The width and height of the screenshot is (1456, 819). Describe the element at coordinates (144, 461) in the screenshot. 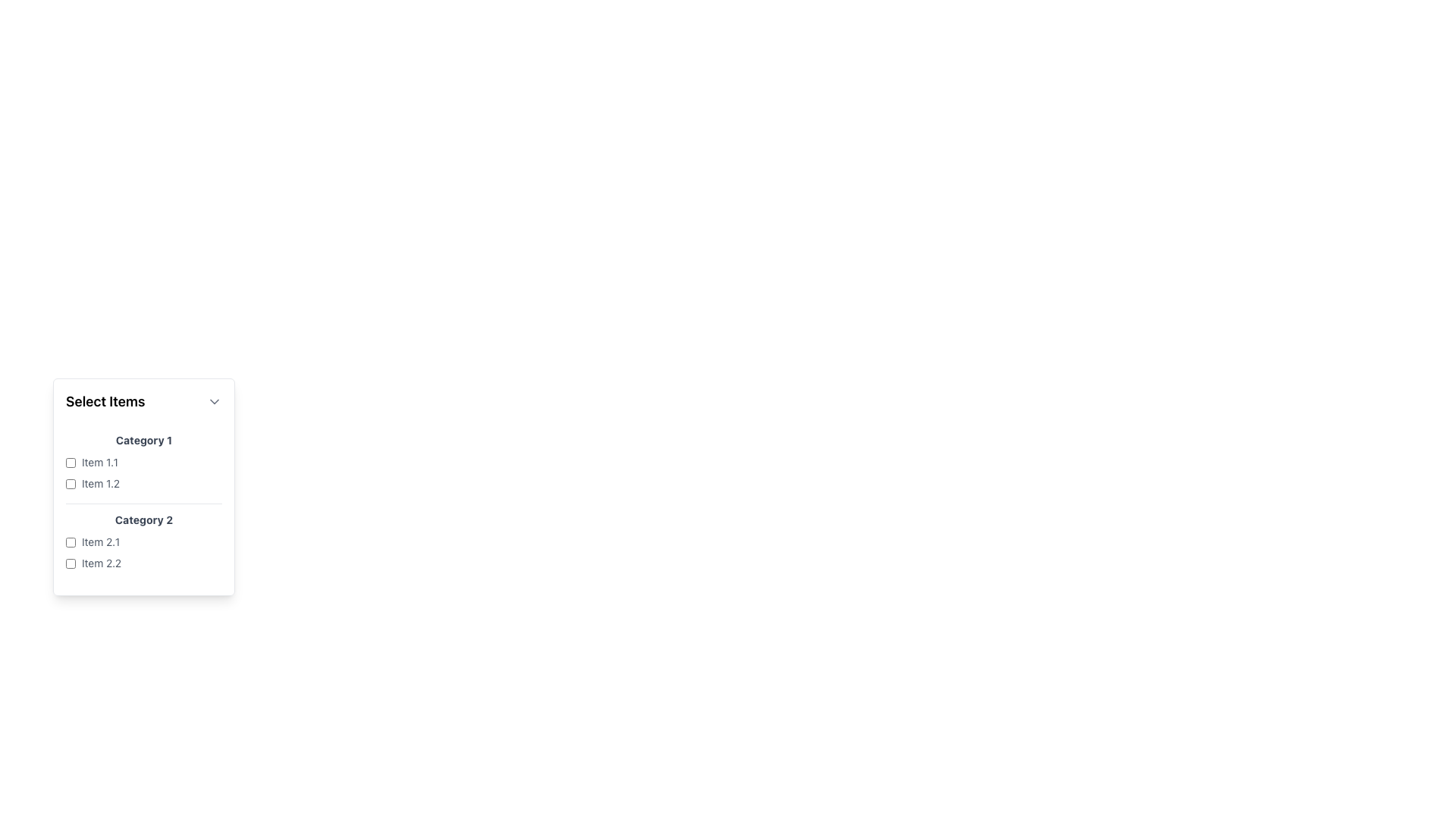

I see `the checkbox labeled 'Item 1.1'` at that location.